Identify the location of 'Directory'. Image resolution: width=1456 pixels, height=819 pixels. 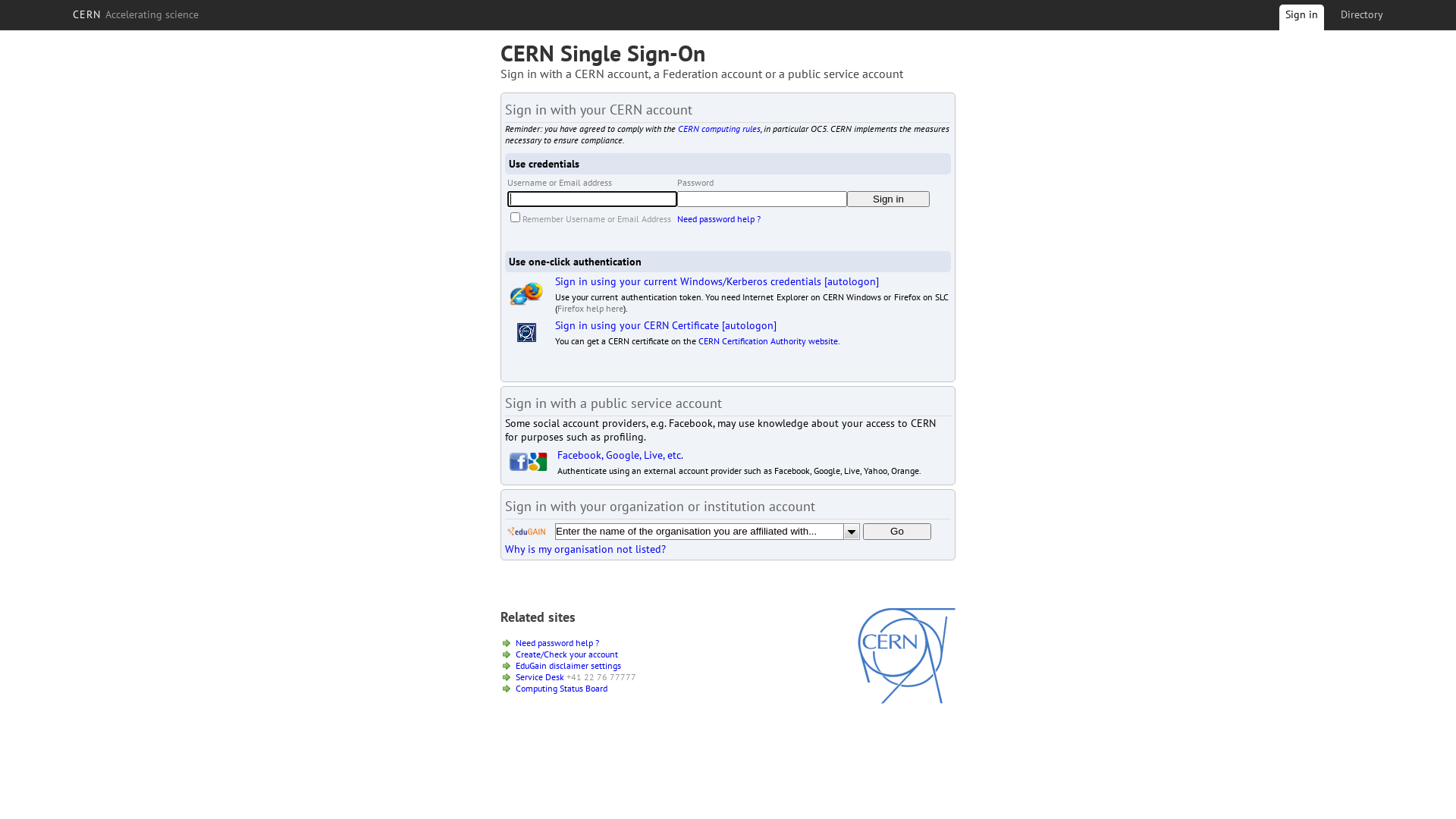
(1335, 14).